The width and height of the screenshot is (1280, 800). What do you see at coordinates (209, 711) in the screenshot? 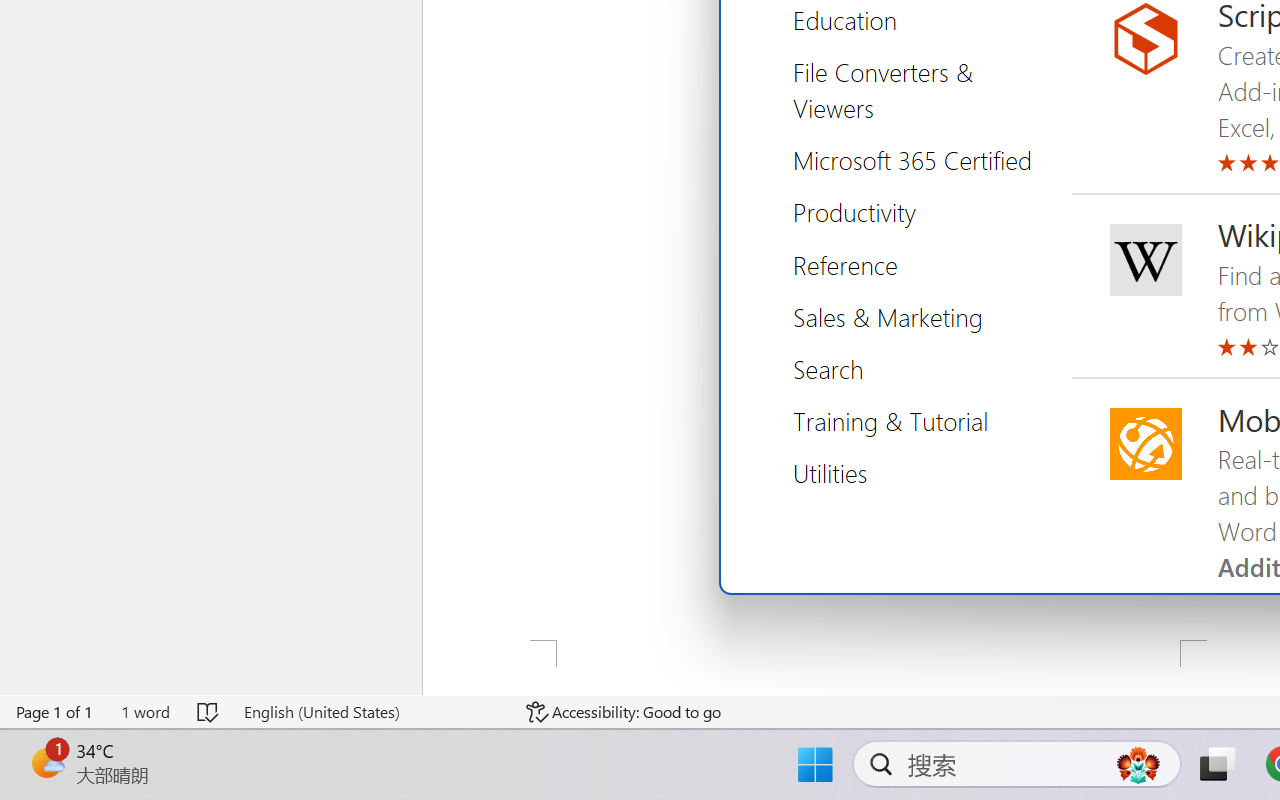
I see `'Spelling and Grammar Check No Errors'` at bounding box center [209, 711].